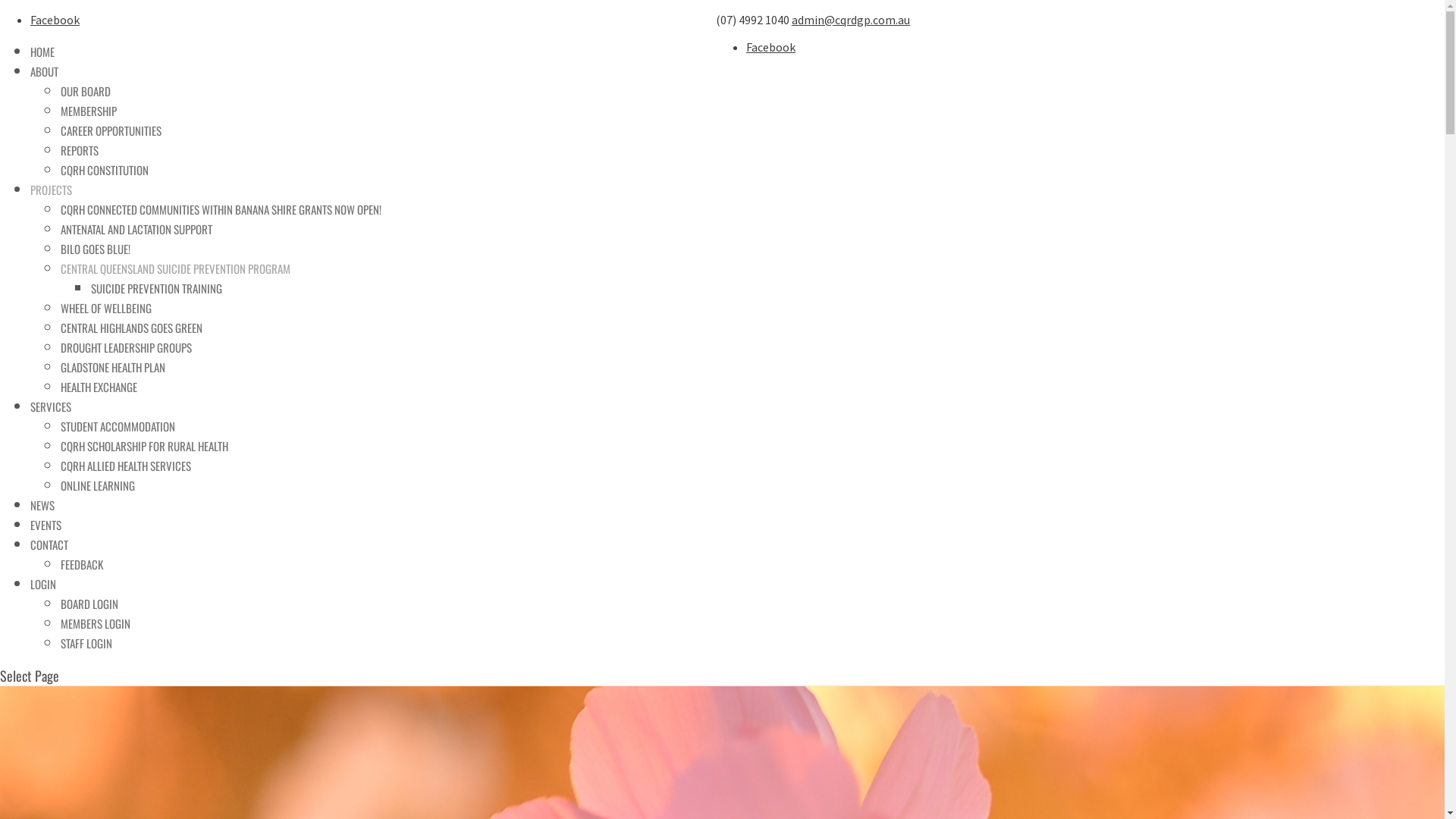 The image size is (1456, 819). What do you see at coordinates (86, 643) in the screenshot?
I see `'STAFF LOGIN'` at bounding box center [86, 643].